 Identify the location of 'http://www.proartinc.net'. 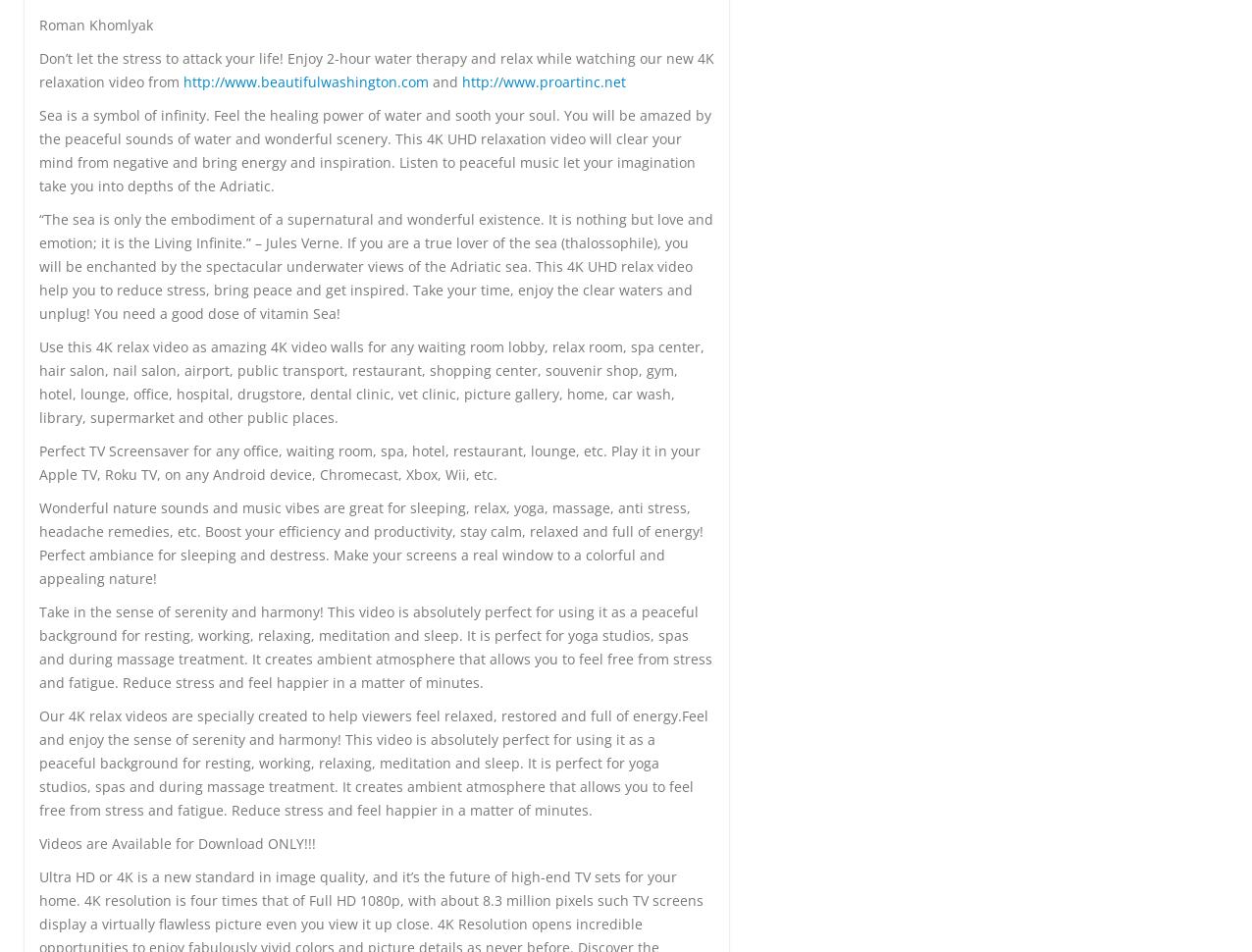
(544, 79).